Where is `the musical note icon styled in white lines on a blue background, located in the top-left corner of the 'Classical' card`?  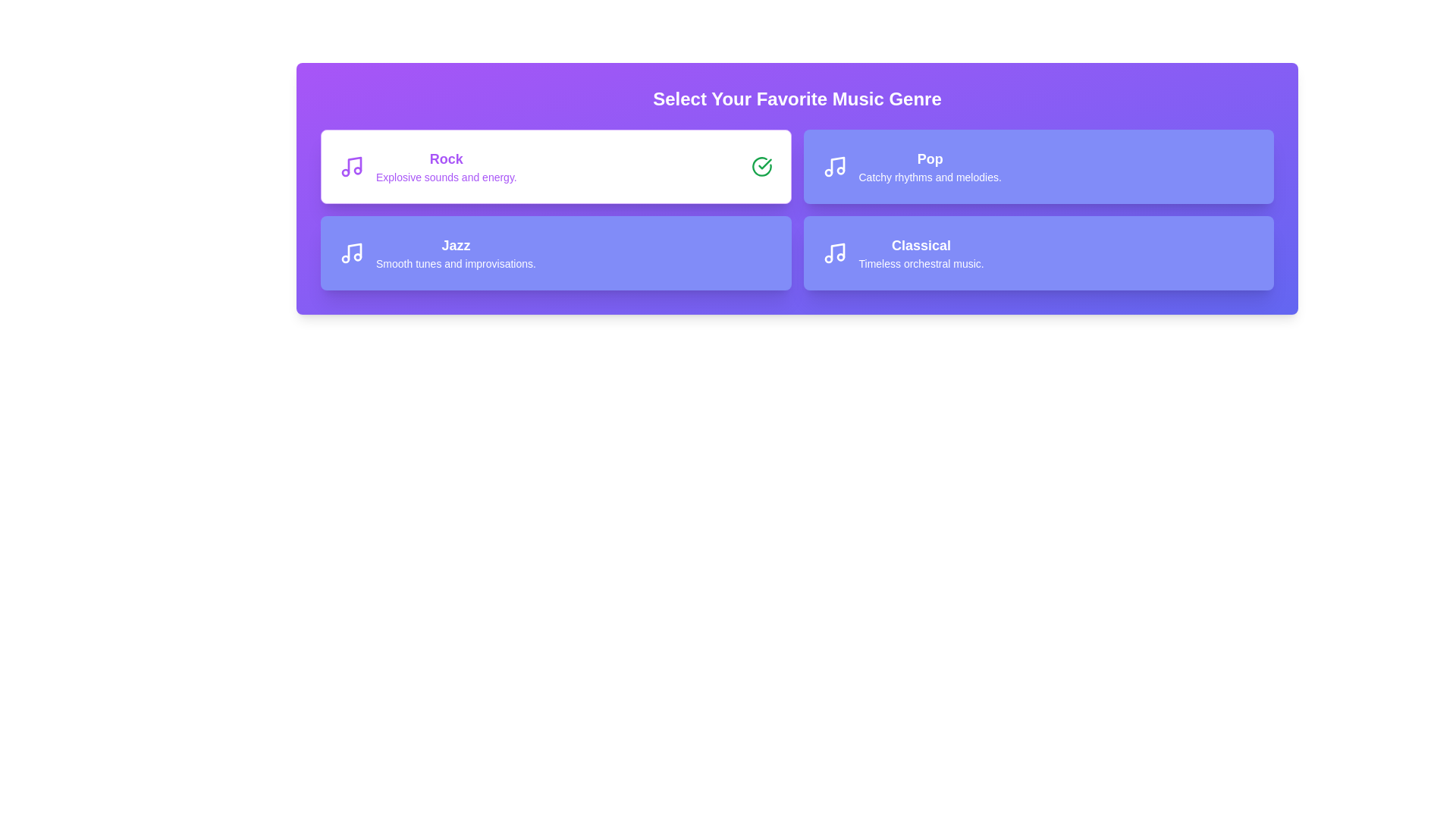
the musical note icon styled in white lines on a blue background, located in the top-left corner of the 'Classical' card is located at coordinates (833, 253).